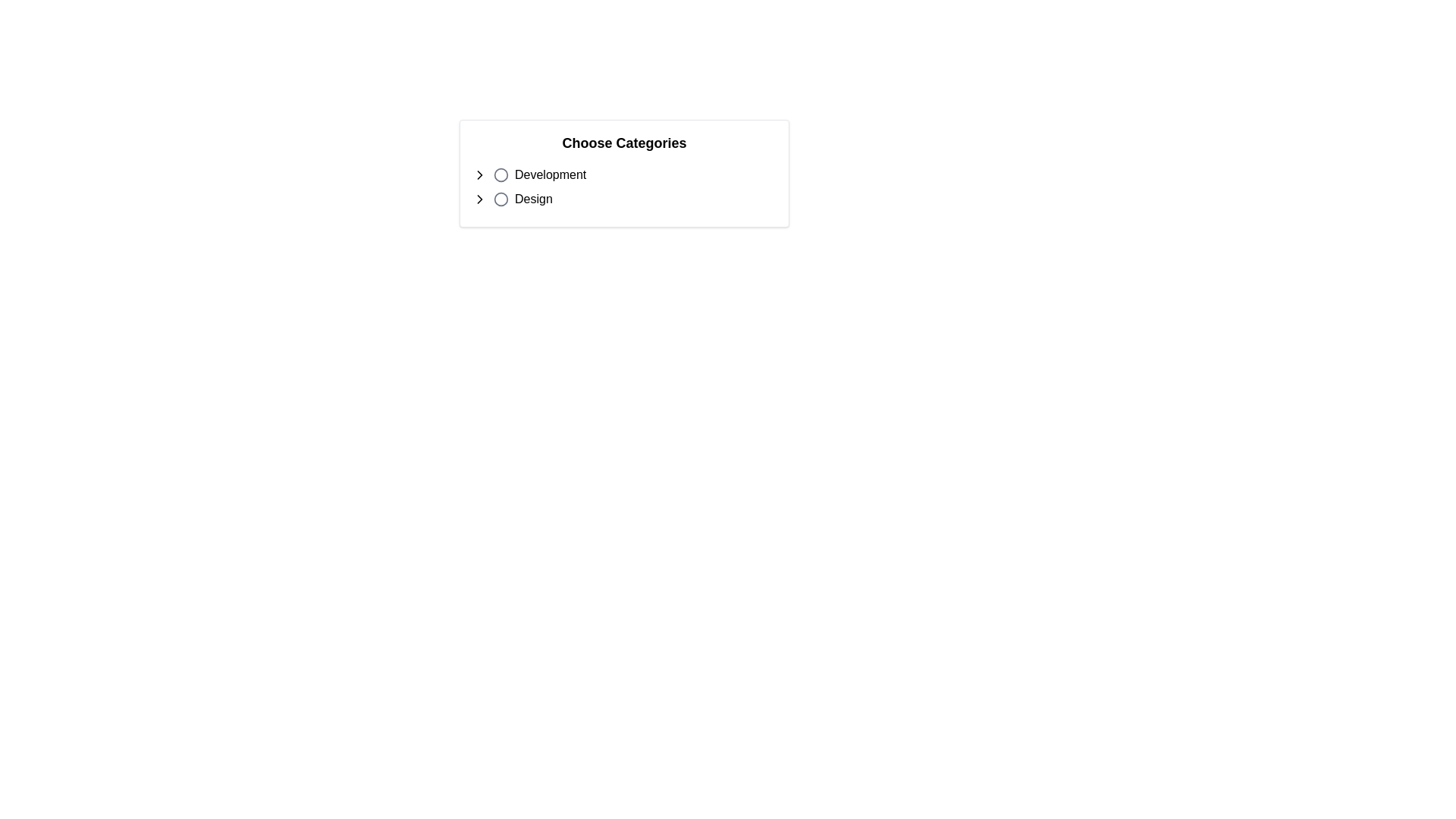  Describe the element at coordinates (479, 174) in the screenshot. I see `the circular button with a chevron arrow pointing right, which is positioned to the left of the text 'Development'` at that location.